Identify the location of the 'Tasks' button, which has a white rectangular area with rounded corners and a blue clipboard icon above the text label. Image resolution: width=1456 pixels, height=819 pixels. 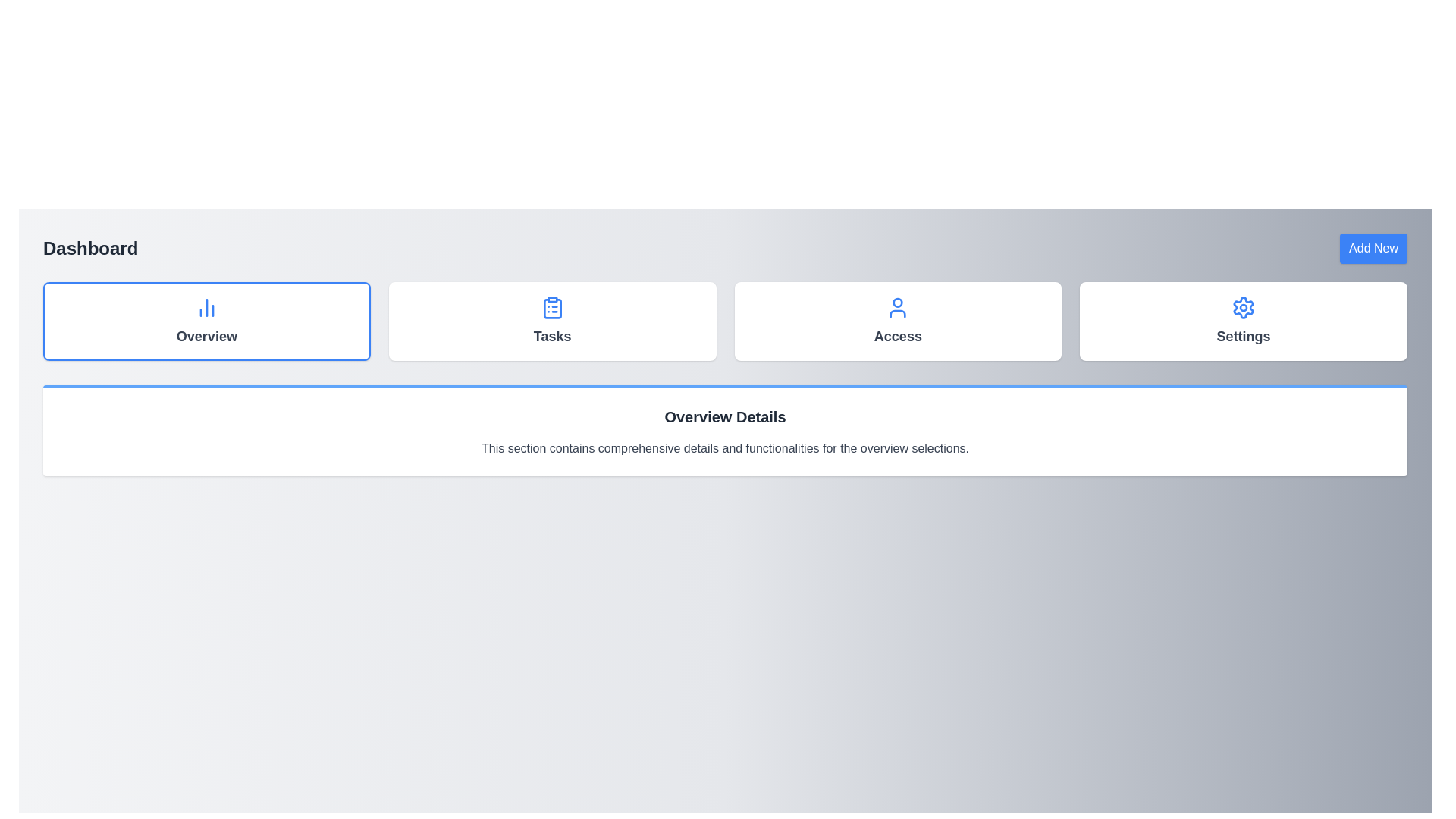
(551, 321).